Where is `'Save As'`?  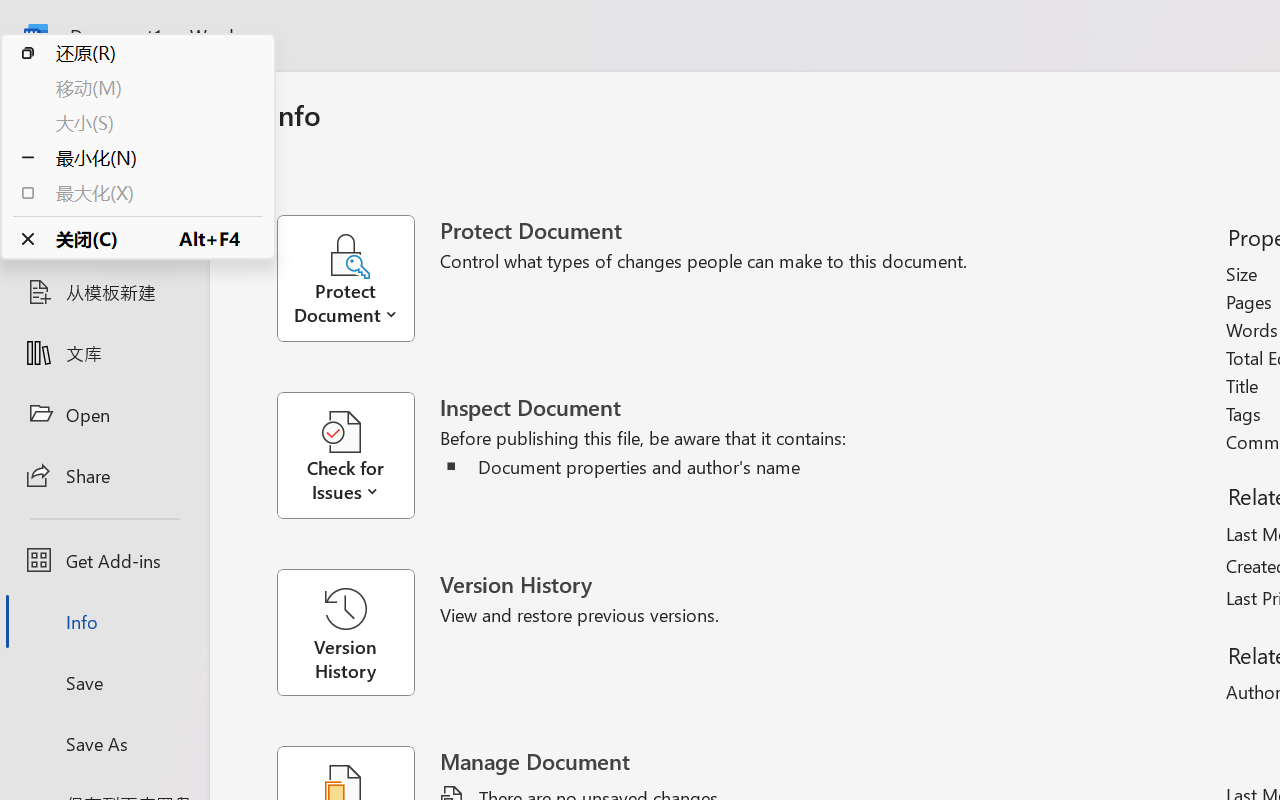
'Save As' is located at coordinates (103, 743).